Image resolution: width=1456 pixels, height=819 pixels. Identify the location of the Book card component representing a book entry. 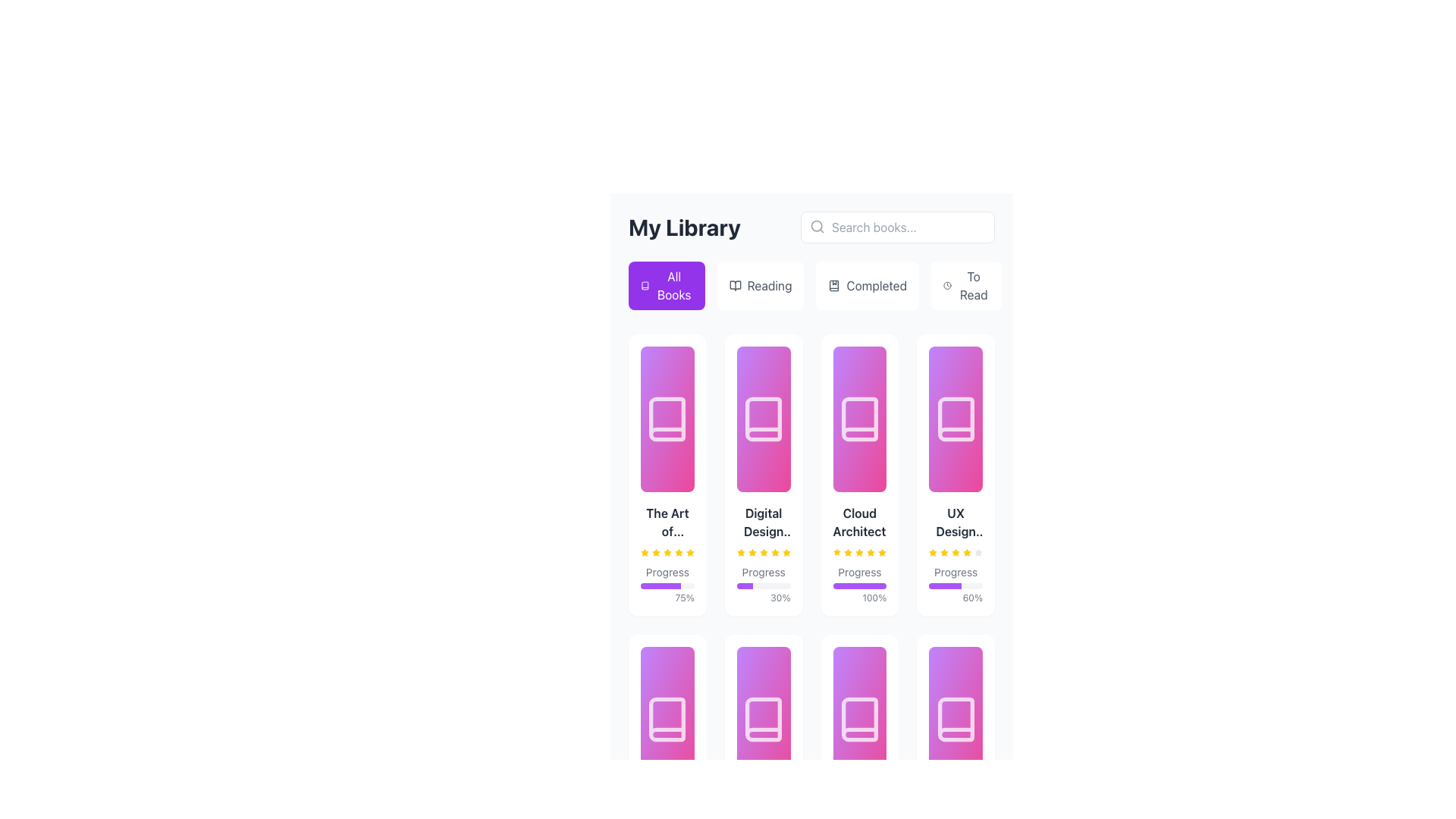
(764, 554).